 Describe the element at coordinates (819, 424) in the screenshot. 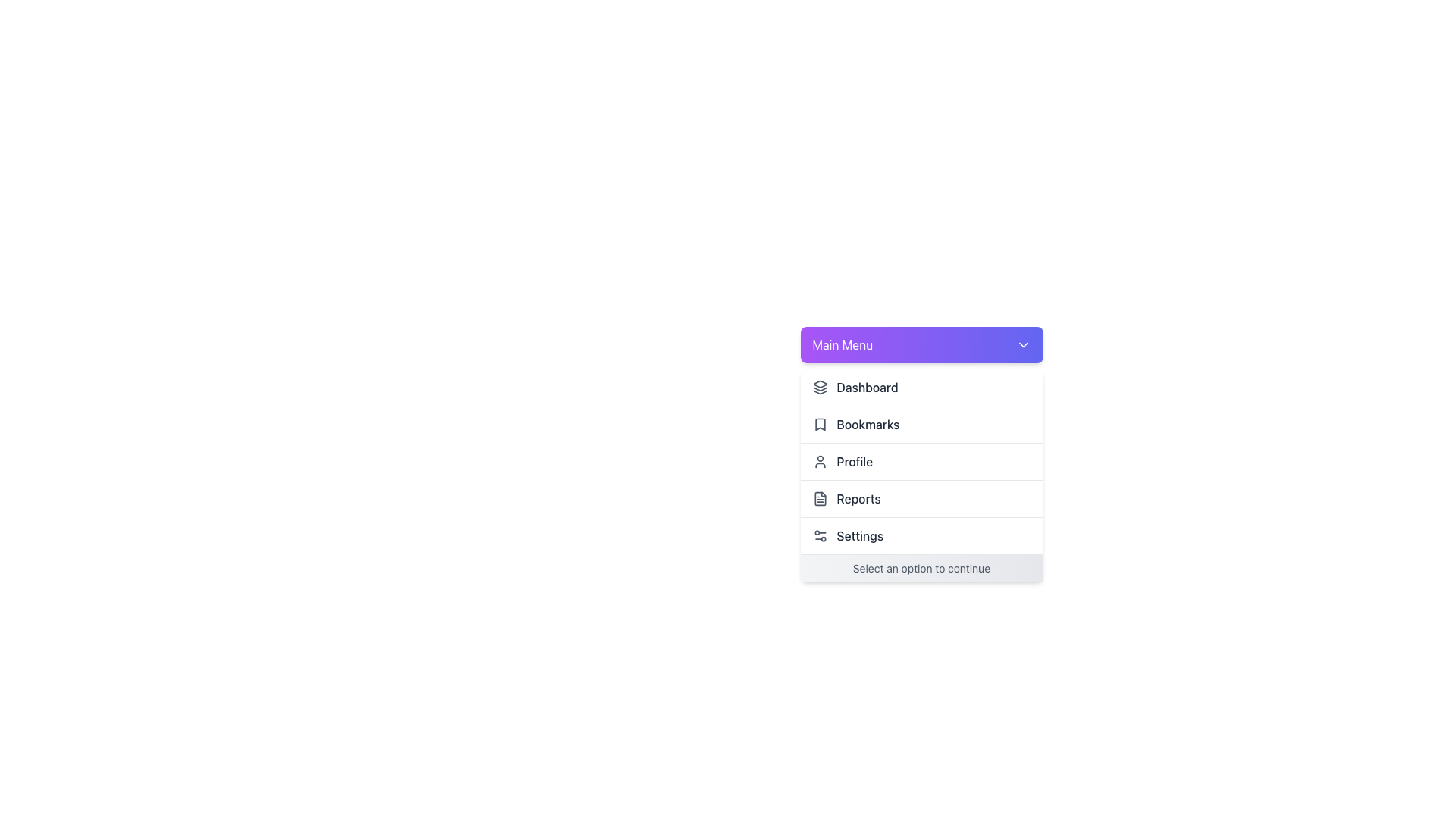

I see `the 'Bookmarks' icon in the menu, which visually represents the bookmarks feature for quick recognition by users` at that location.